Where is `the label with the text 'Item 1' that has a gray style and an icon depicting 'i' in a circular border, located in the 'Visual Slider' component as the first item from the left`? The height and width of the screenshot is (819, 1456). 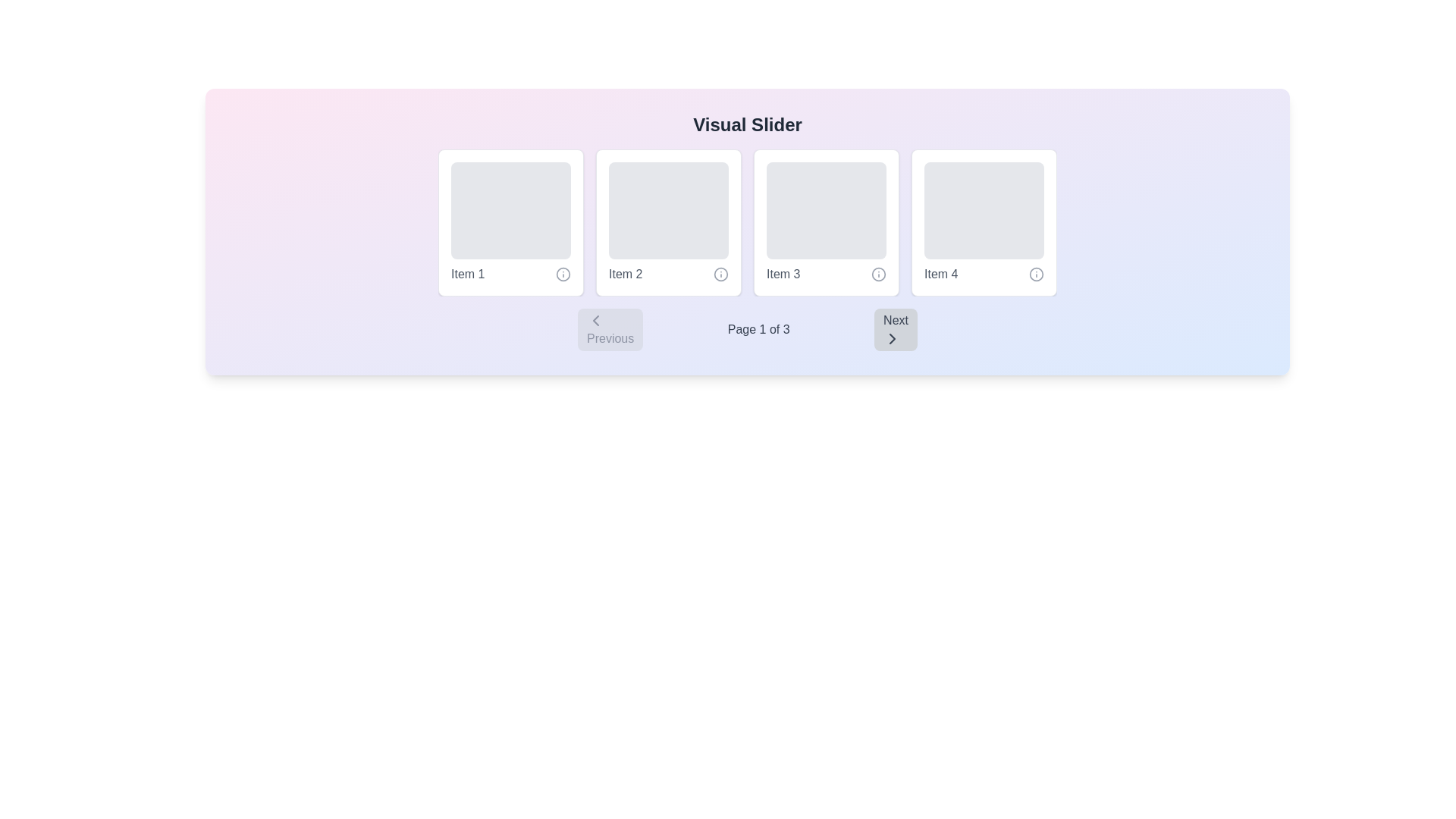
the label with the text 'Item 1' that has a gray style and an icon depicting 'i' in a circular border, located in the 'Visual Slider' component as the first item from the left is located at coordinates (510, 275).